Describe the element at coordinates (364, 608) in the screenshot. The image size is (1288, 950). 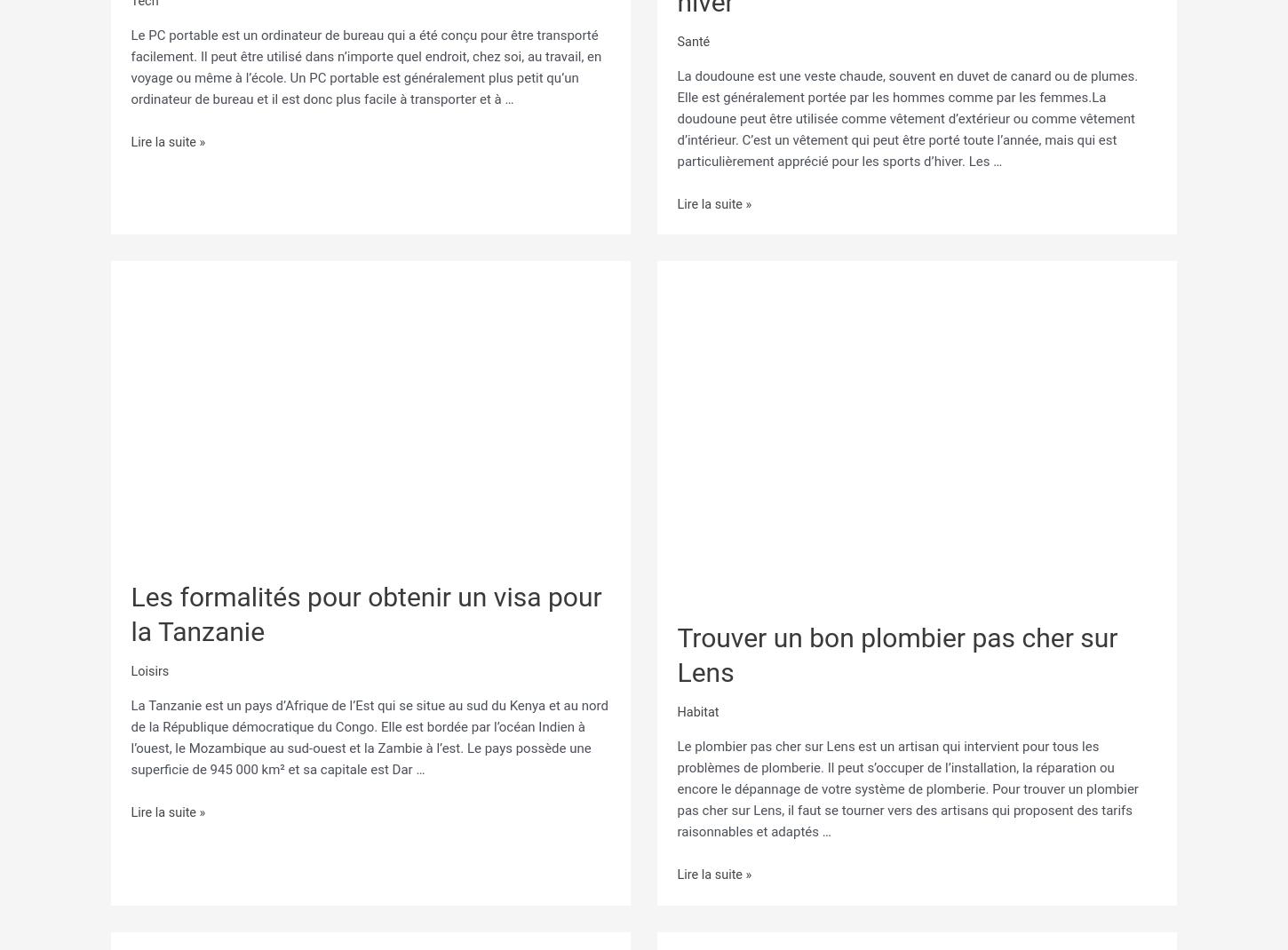
I see `'Les formalités pour obtenir un visa pour la Tanzanie'` at that location.